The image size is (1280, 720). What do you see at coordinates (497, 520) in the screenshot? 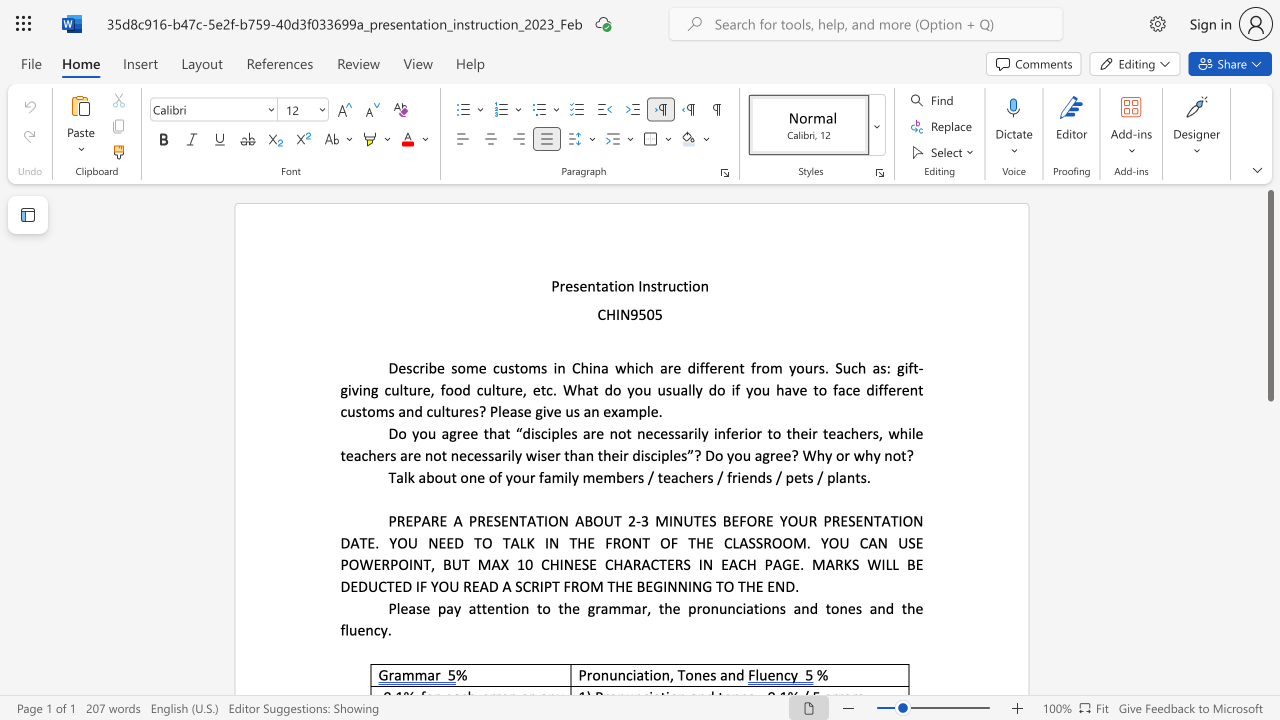
I see `the 1th character "S" in the text` at bounding box center [497, 520].